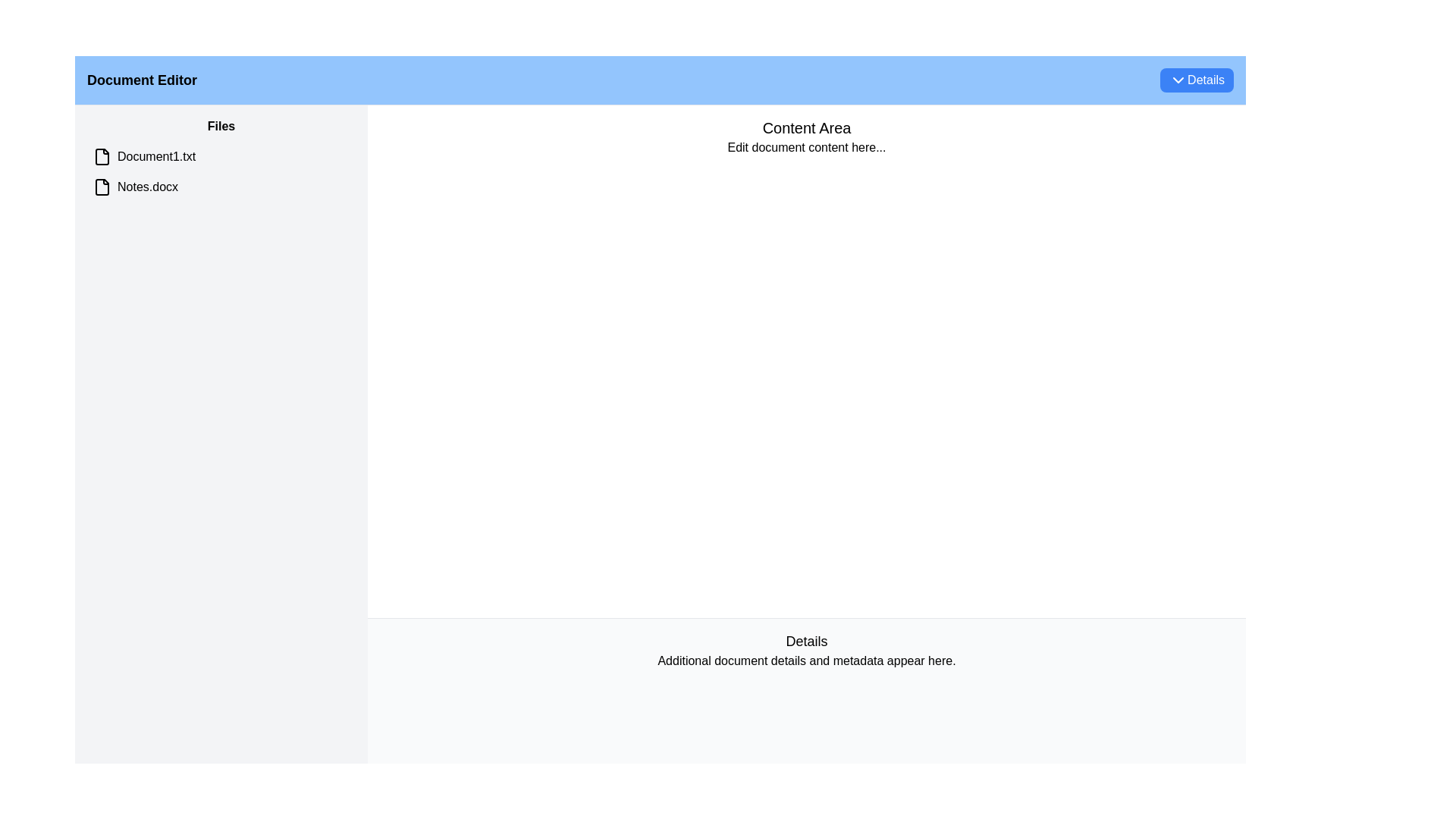  I want to click on the file icon with a minimalist design located next to the 'Notes.docx' file in the left-hand sidebar under the 'Files' category, so click(101, 186).